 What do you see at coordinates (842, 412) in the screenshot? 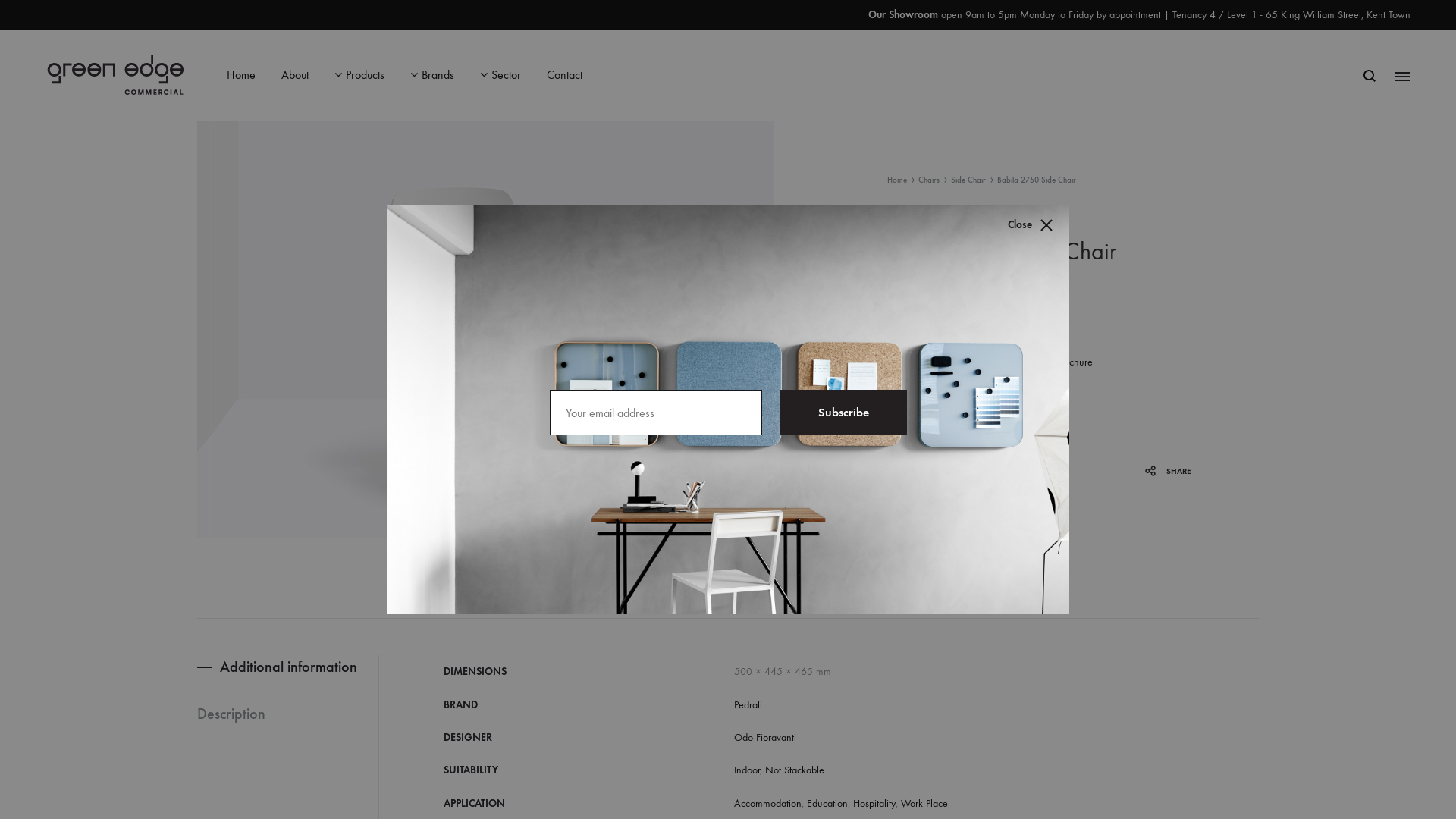
I see `'Subscribe'` at bounding box center [842, 412].